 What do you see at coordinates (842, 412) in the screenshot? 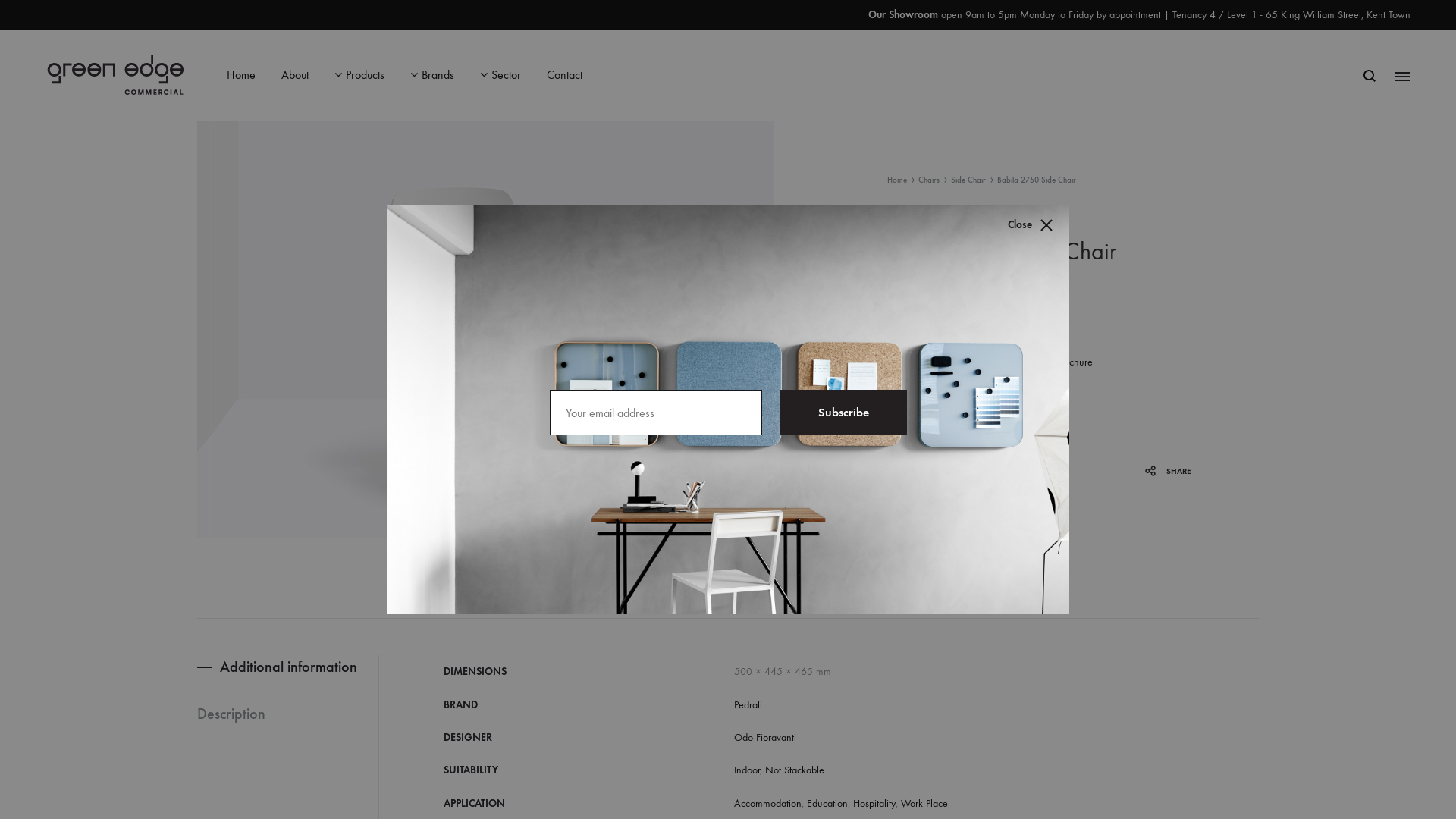
I see `'Subscribe'` at bounding box center [842, 412].